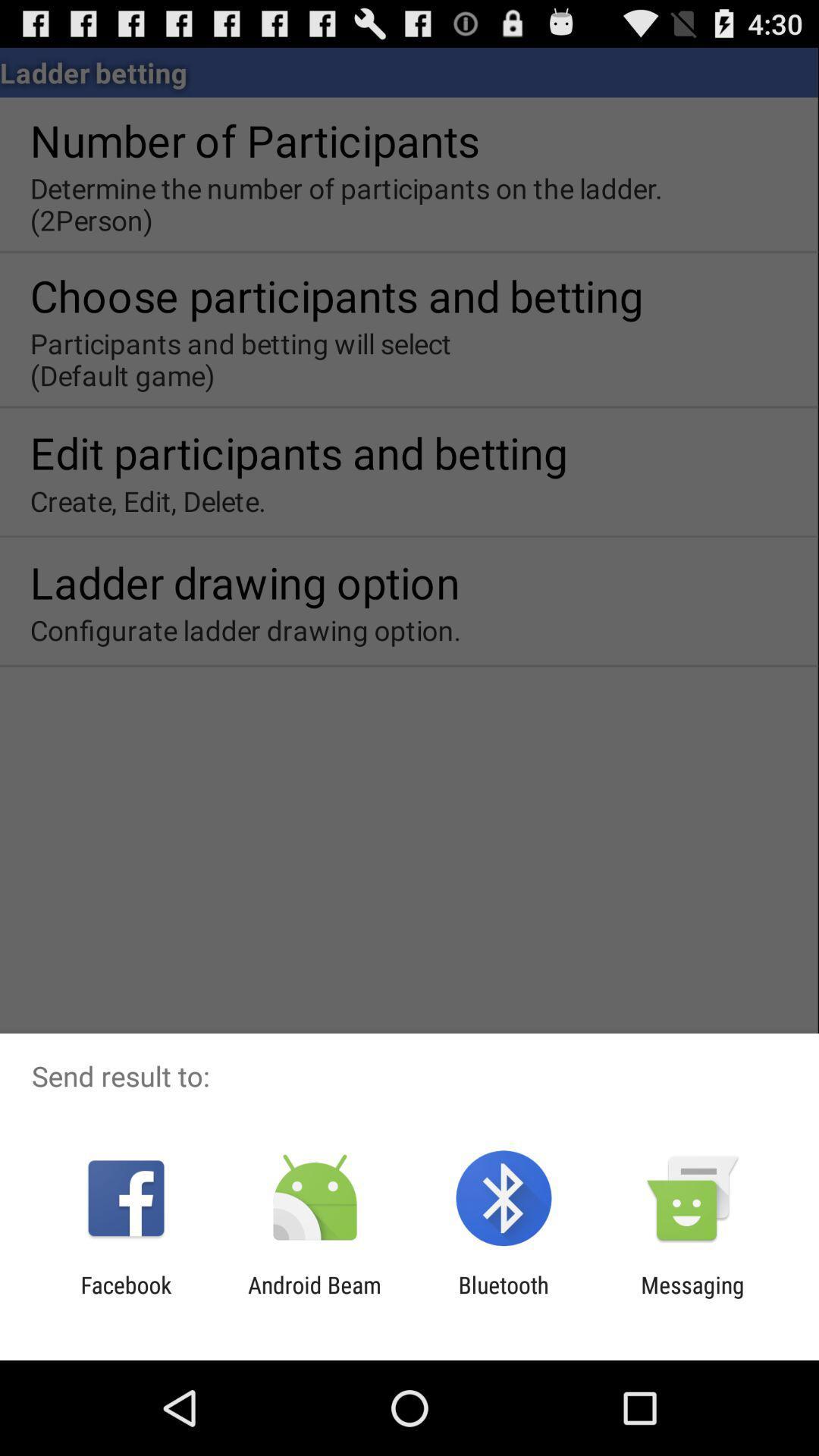  Describe the element at coordinates (314, 1298) in the screenshot. I see `the android beam` at that location.